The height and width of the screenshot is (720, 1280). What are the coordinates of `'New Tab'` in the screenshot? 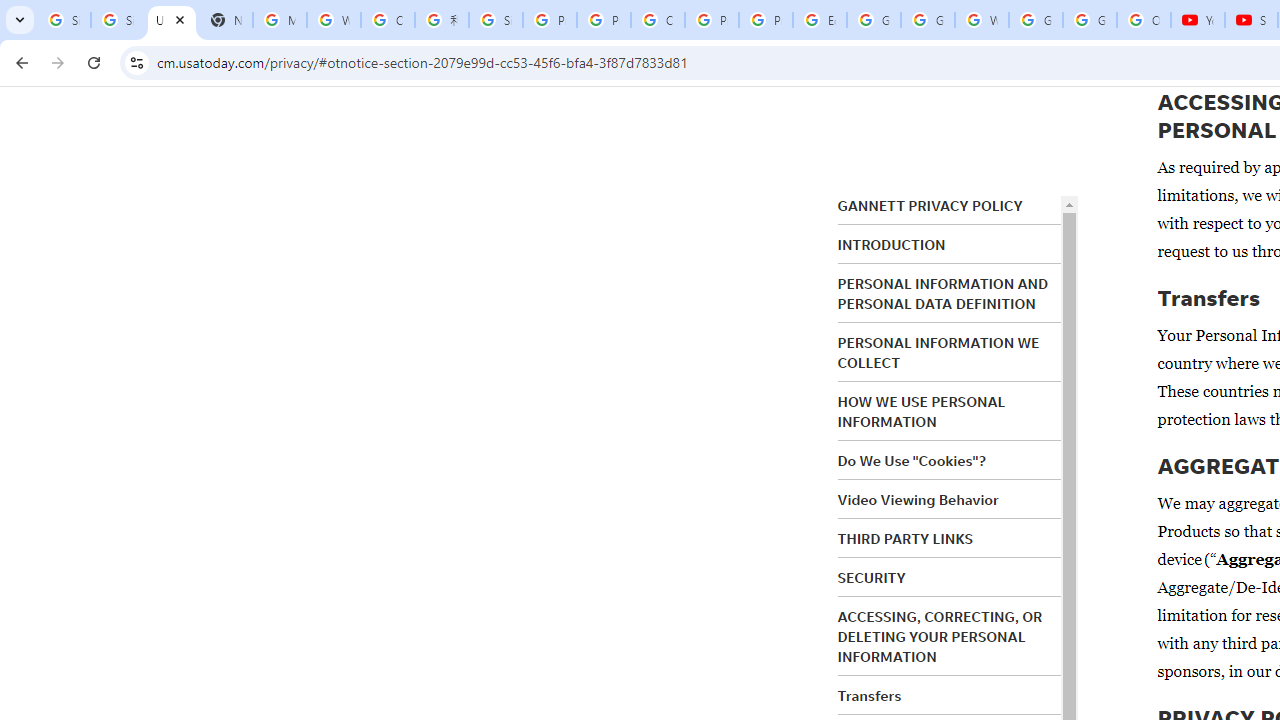 It's located at (225, 20).